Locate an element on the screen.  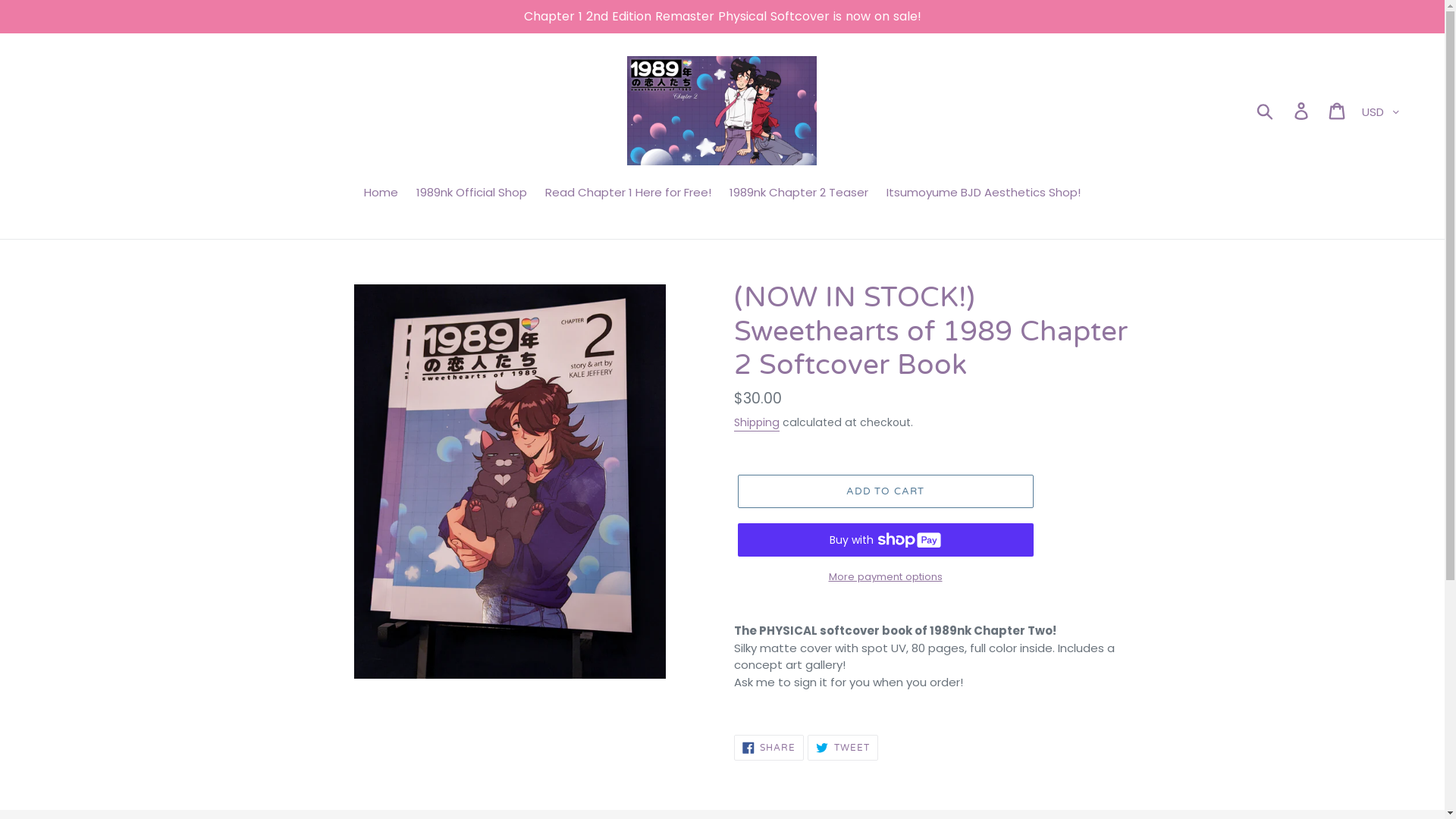
'1989nk Official Shop' is located at coordinates (471, 193).